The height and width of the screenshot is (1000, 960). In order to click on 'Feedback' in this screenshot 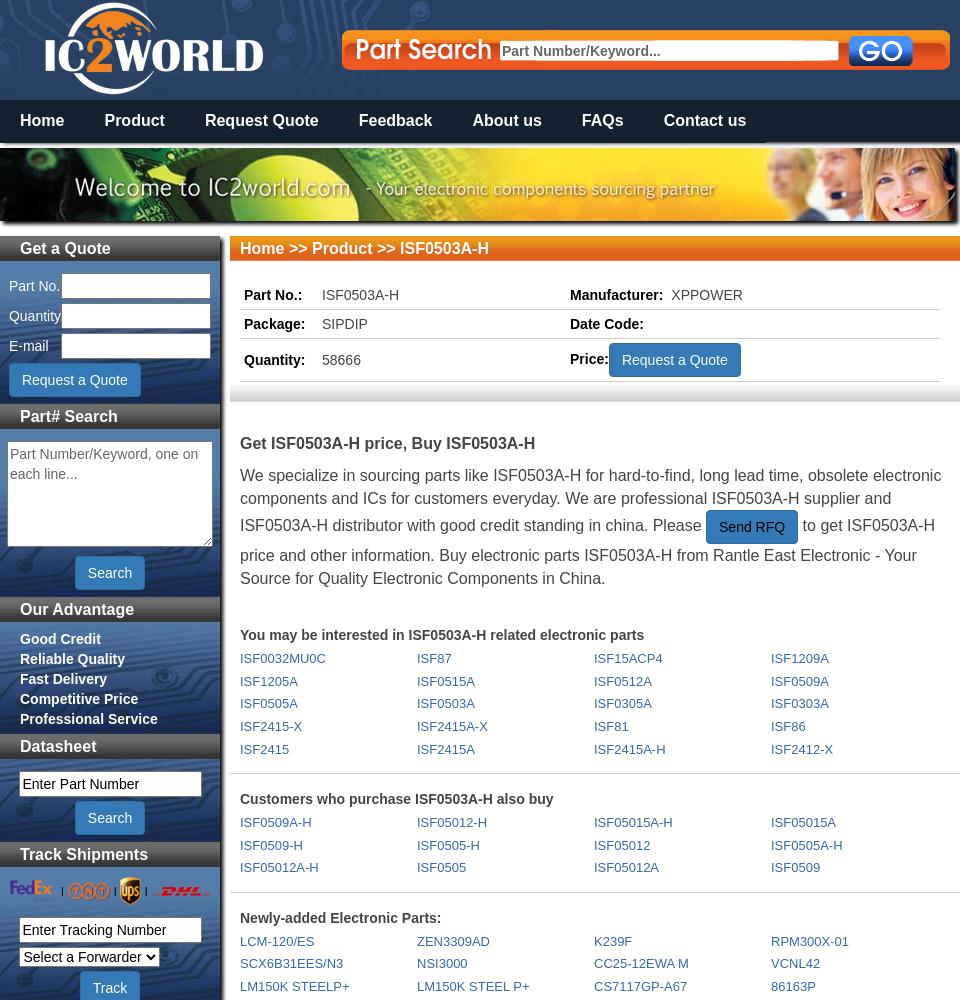, I will do `click(394, 119)`.